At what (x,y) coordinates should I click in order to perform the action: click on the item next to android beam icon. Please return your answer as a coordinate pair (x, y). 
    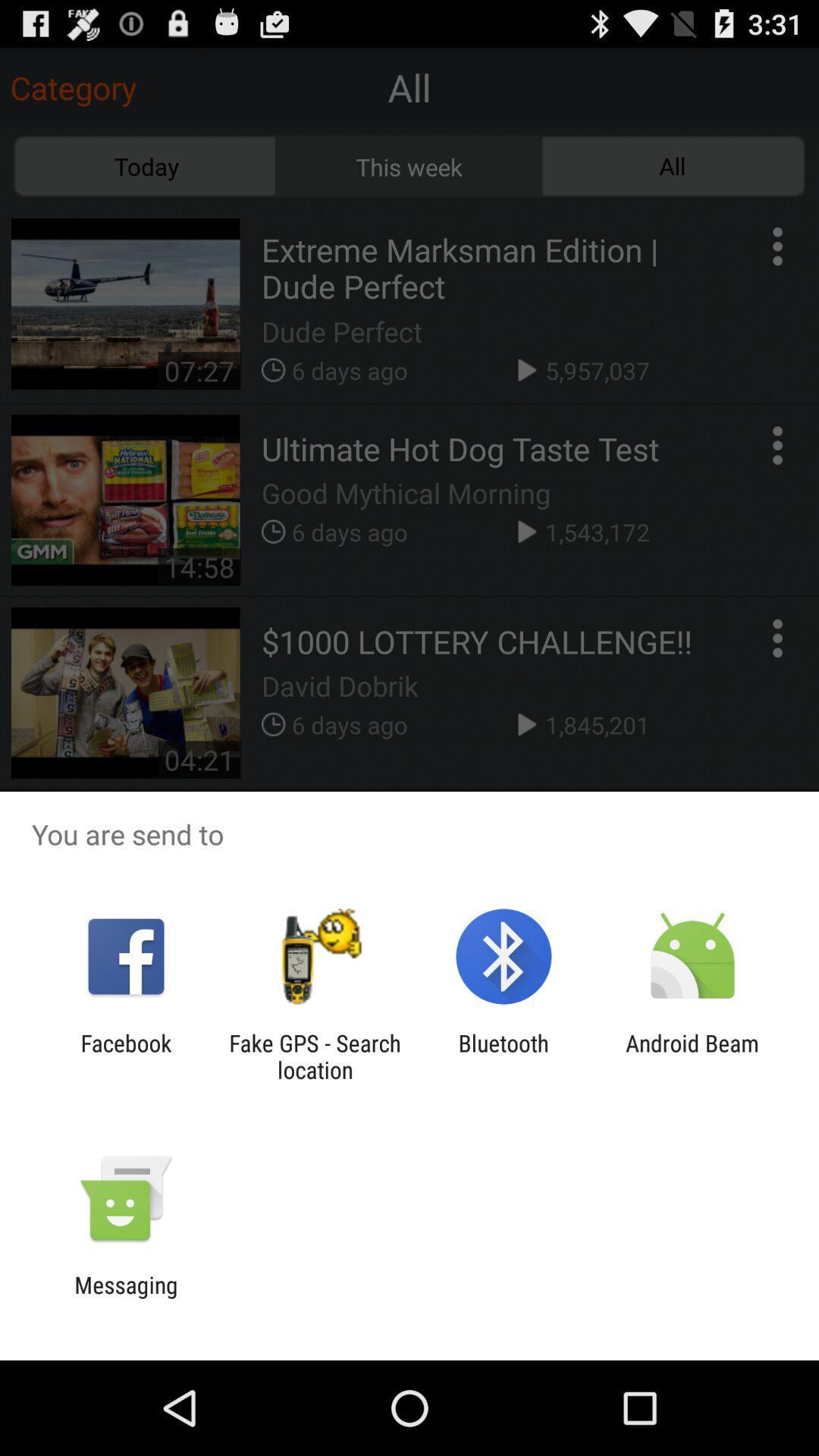
    Looking at the image, I should click on (504, 1056).